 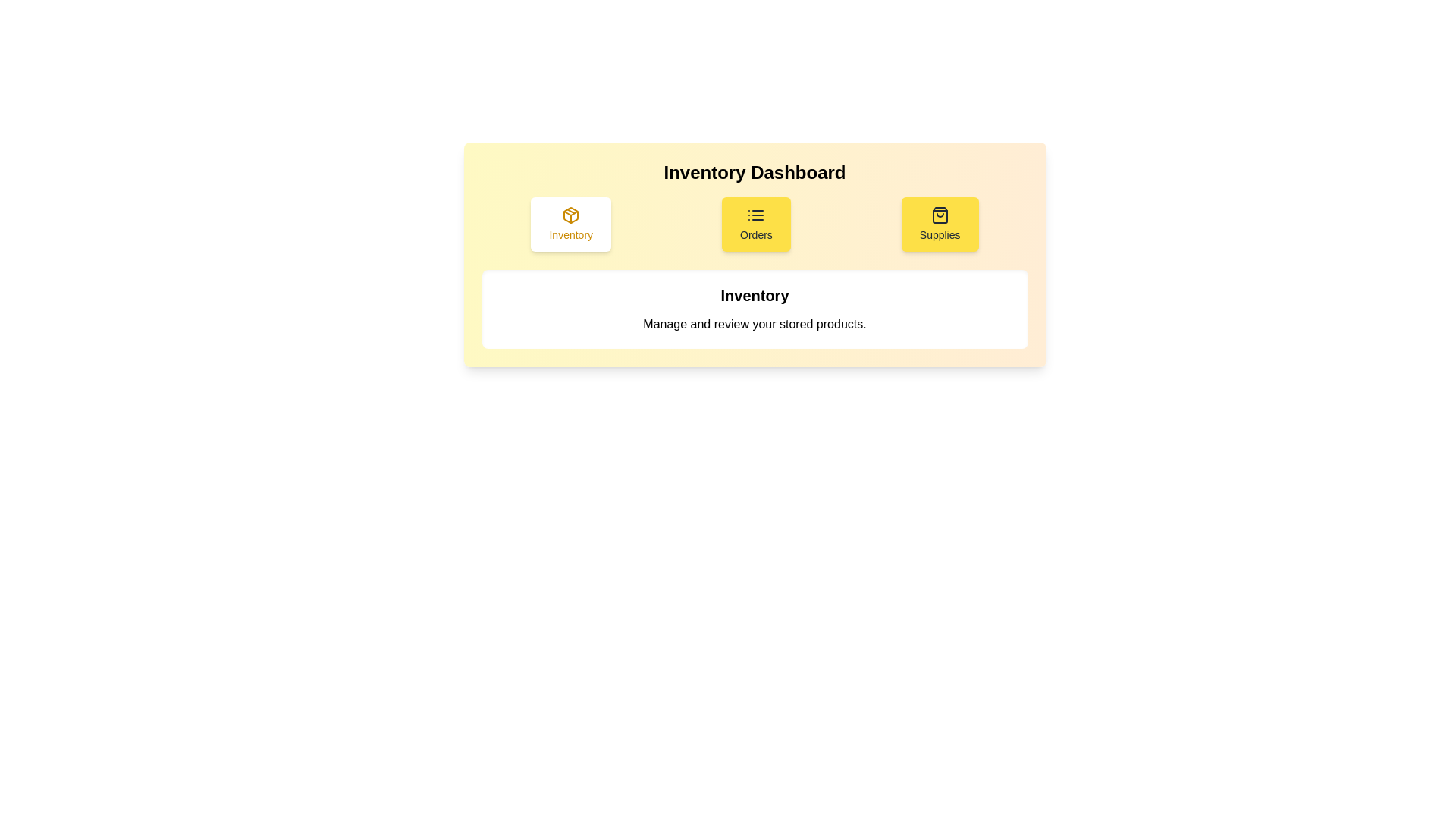 I want to click on the Orders button to select the corresponding tab, so click(x=756, y=224).